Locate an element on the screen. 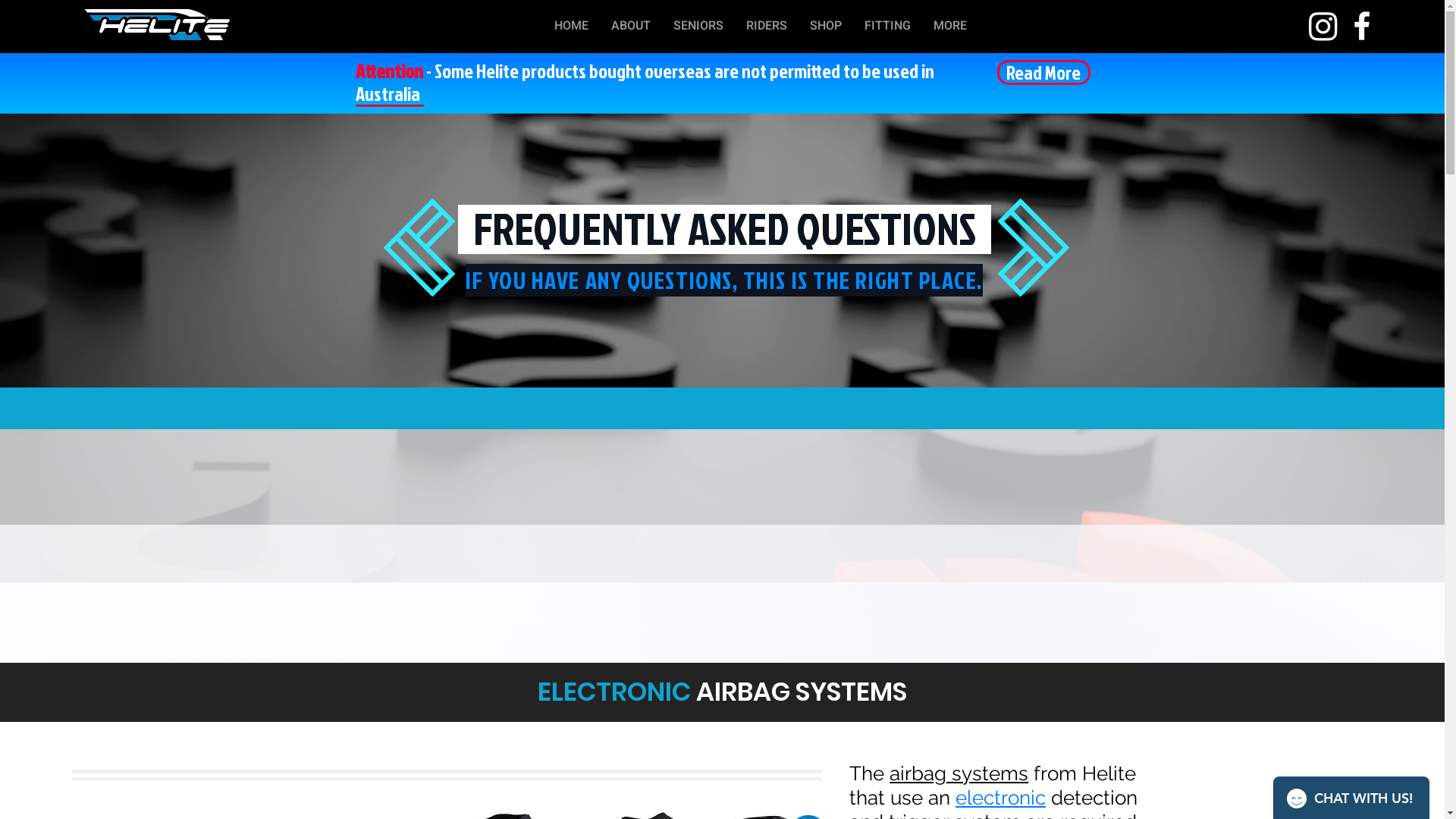  'RIDERS' is located at coordinates (767, 26).